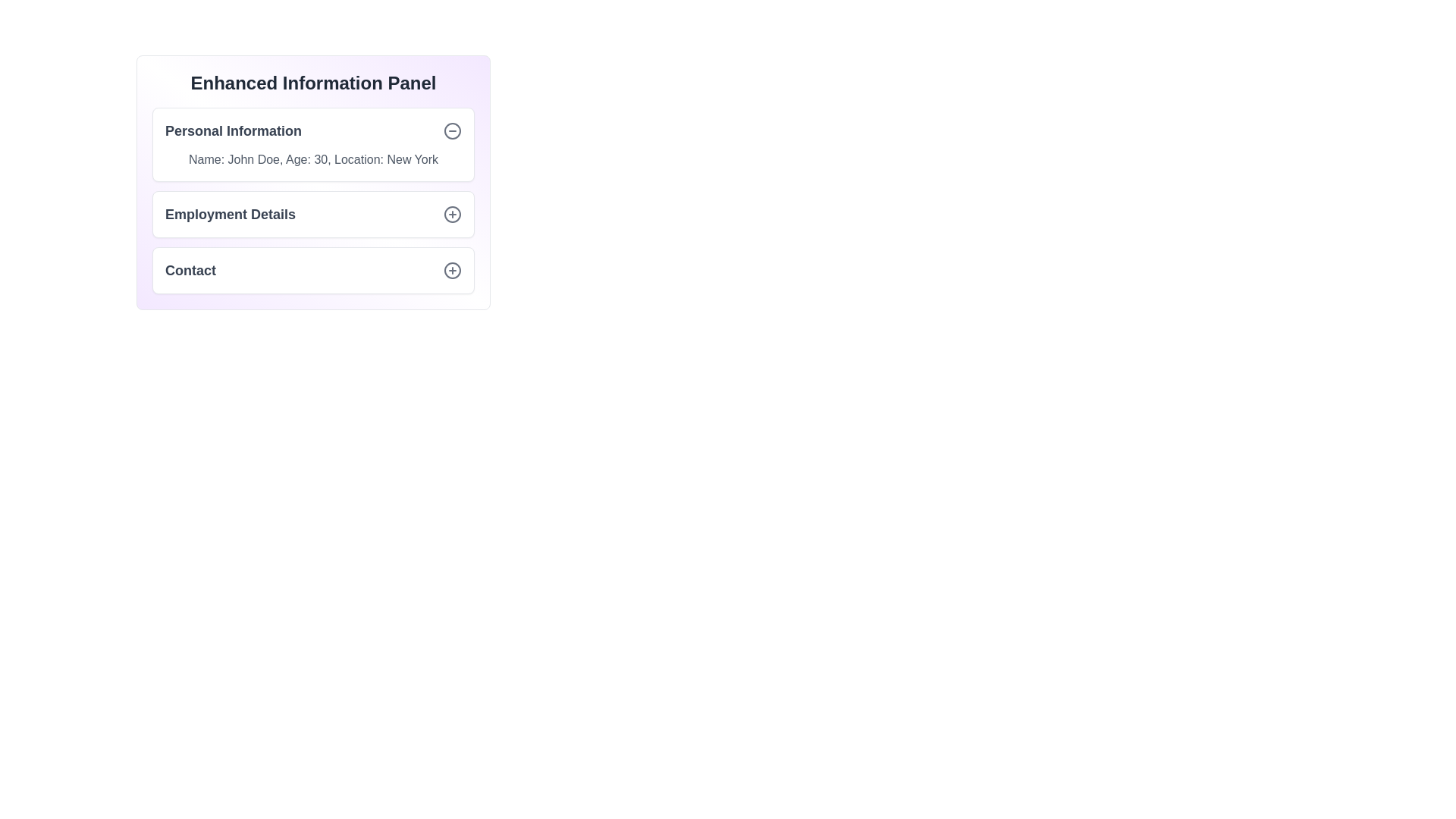 The image size is (1456, 819). Describe the element at coordinates (451, 214) in the screenshot. I see `the icon button` at that location.